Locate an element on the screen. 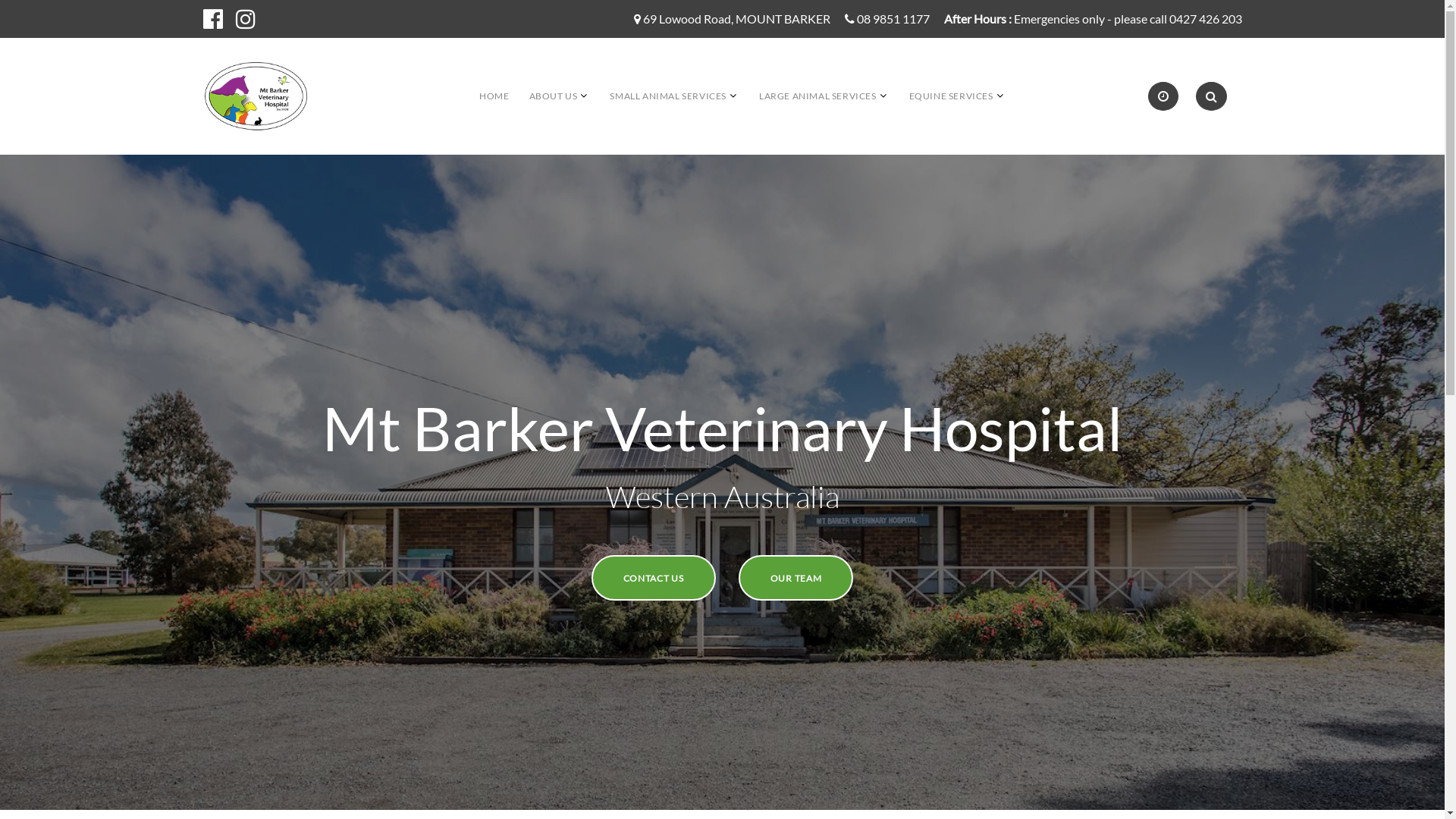 The height and width of the screenshot is (819, 1456). 'SMALL ANIMAL SERVICES' is located at coordinates (667, 96).